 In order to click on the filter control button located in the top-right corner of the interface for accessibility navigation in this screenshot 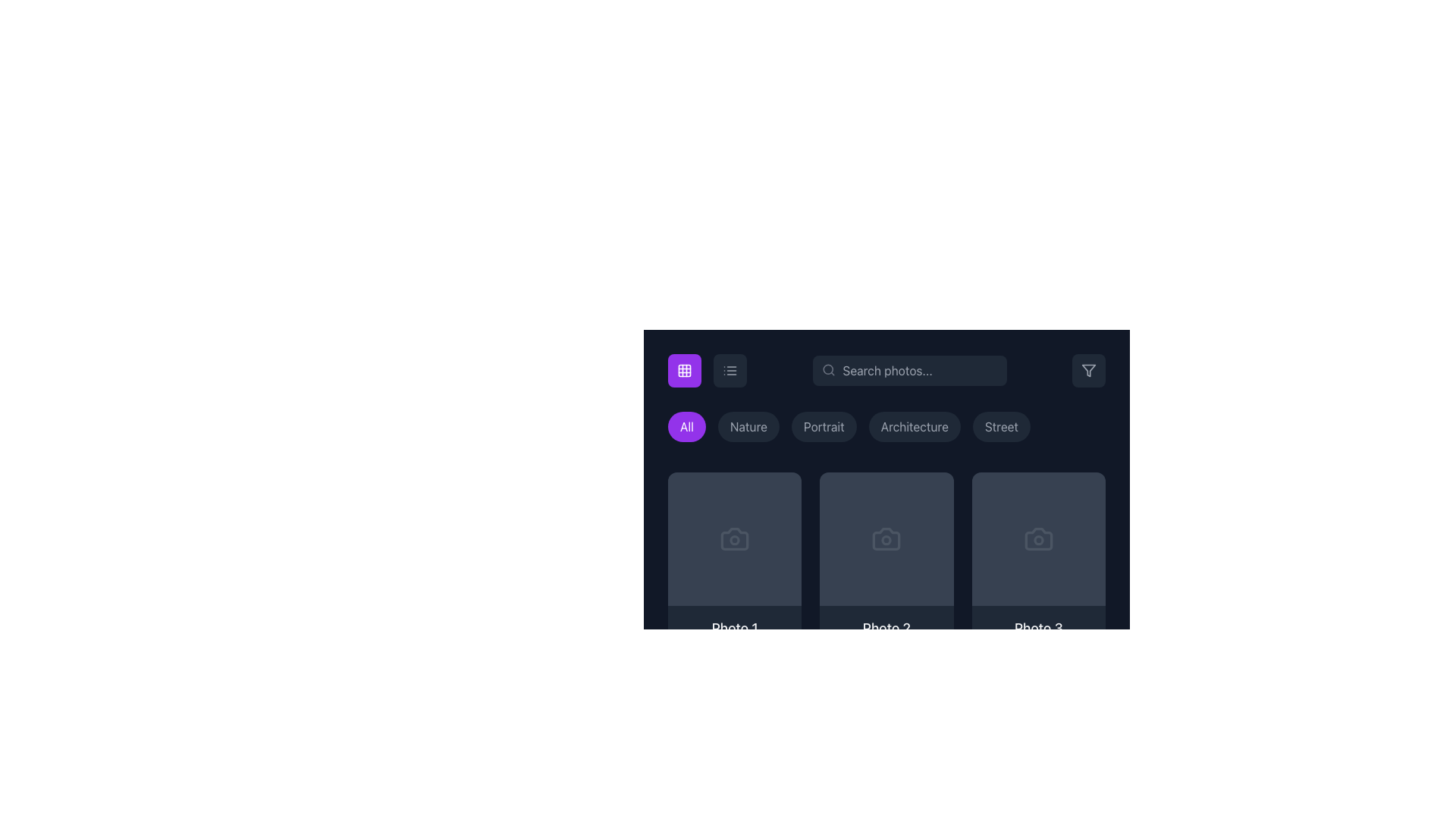, I will do `click(1087, 371)`.